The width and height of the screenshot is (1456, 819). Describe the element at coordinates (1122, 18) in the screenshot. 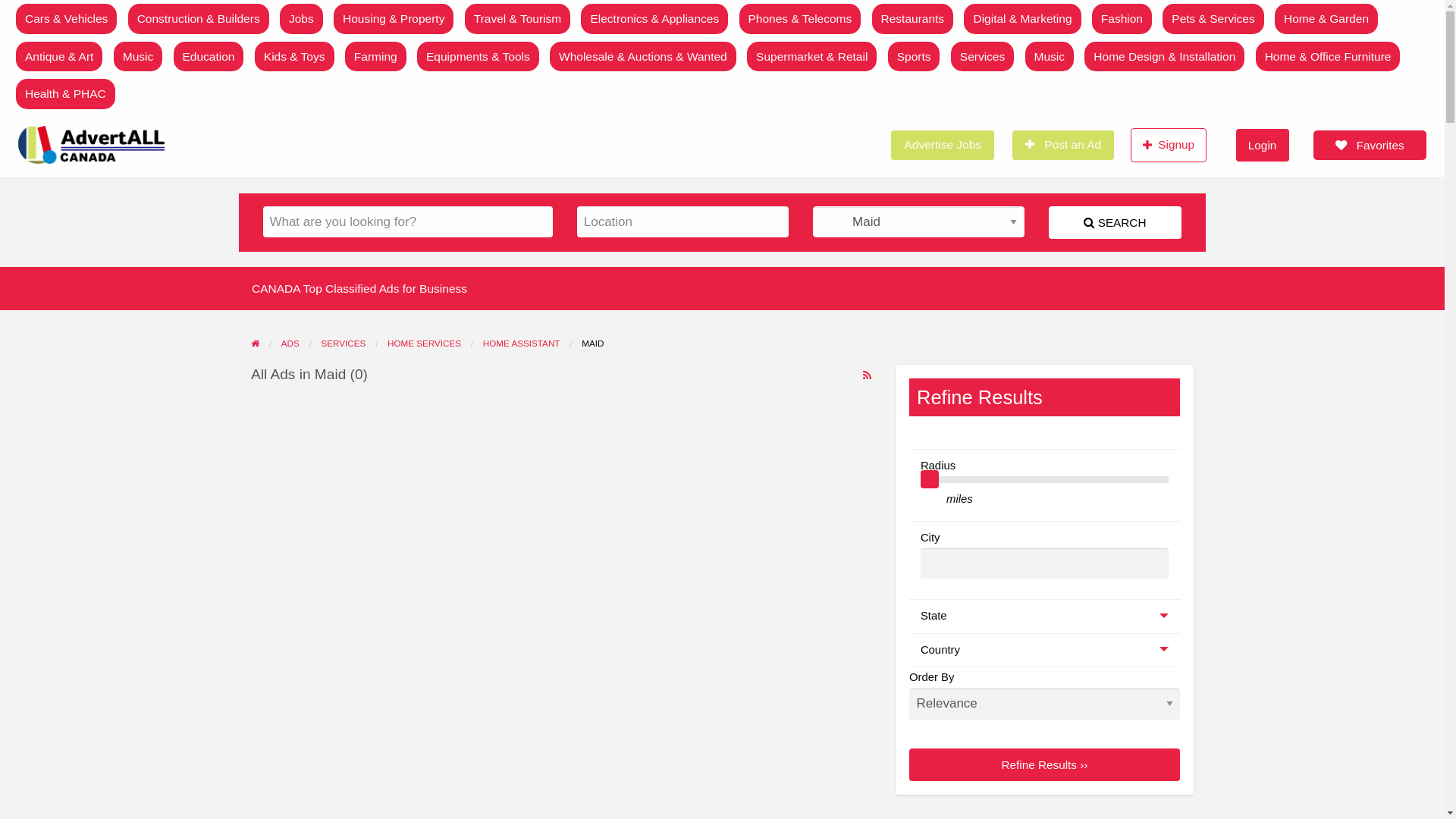

I see `'Fashion'` at that location.